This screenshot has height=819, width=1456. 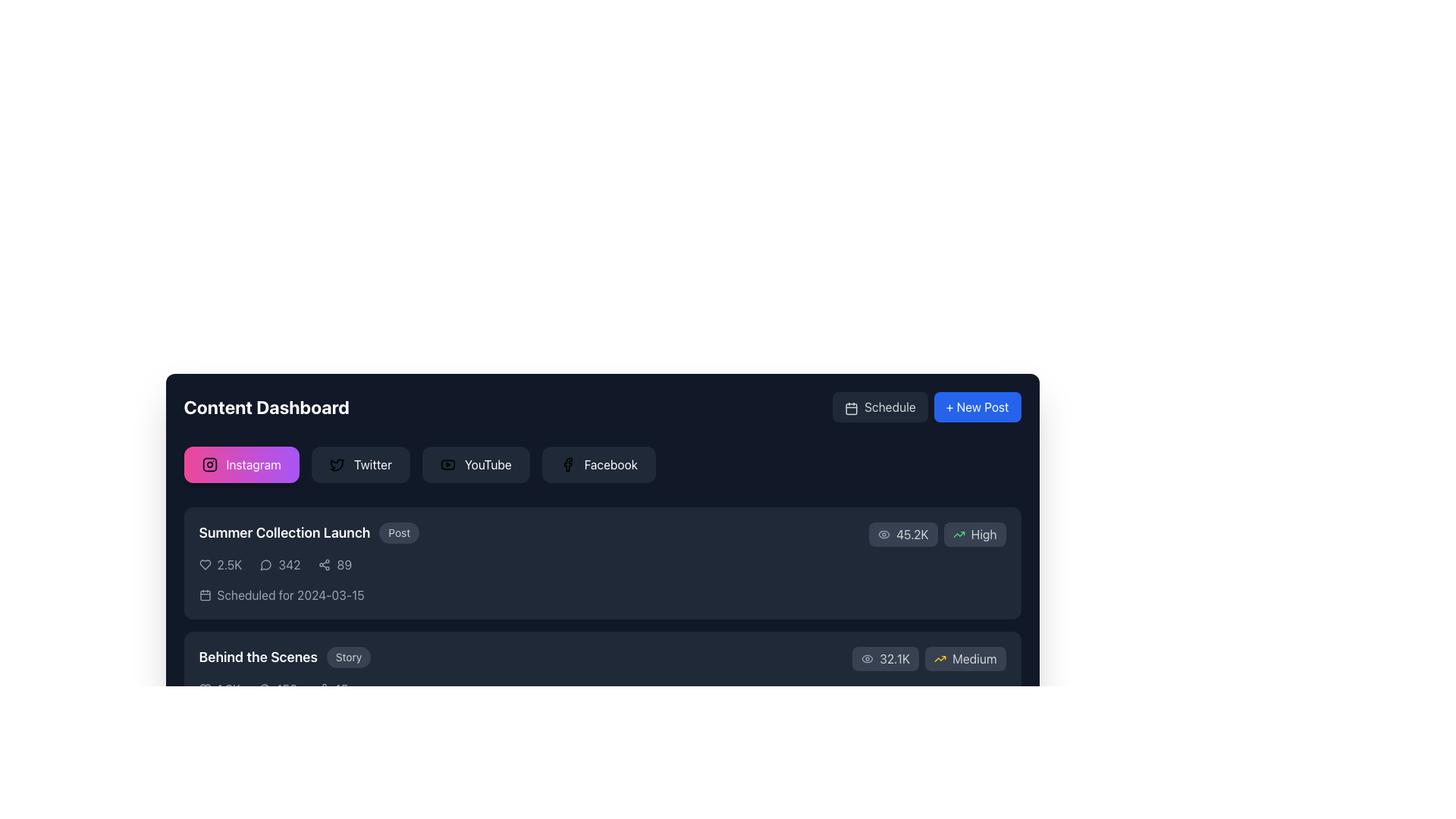 What do you see at coordinates (228, 564) in the screenshot?
I see `numerical value displayed in the Text Display element that indicates the count of likes or similar interactions, which is aligned with the heart icon and adjacent text elements within the 'Summer Collection Launch' post` at bounding box center [228, 564].